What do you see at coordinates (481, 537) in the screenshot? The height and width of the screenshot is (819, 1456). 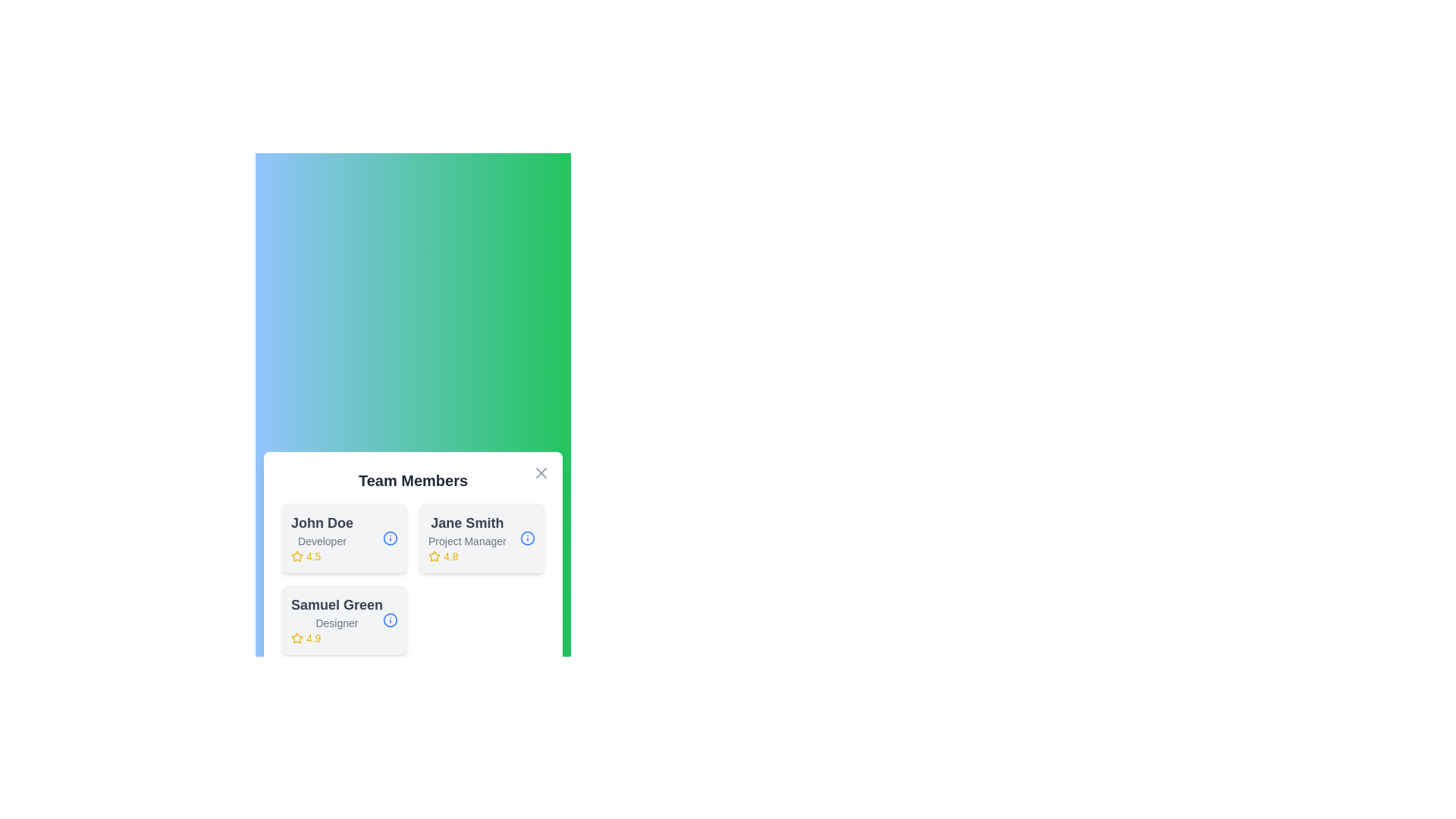 I see `the profile card of Jane Smith` at bounding box center [481, 537].